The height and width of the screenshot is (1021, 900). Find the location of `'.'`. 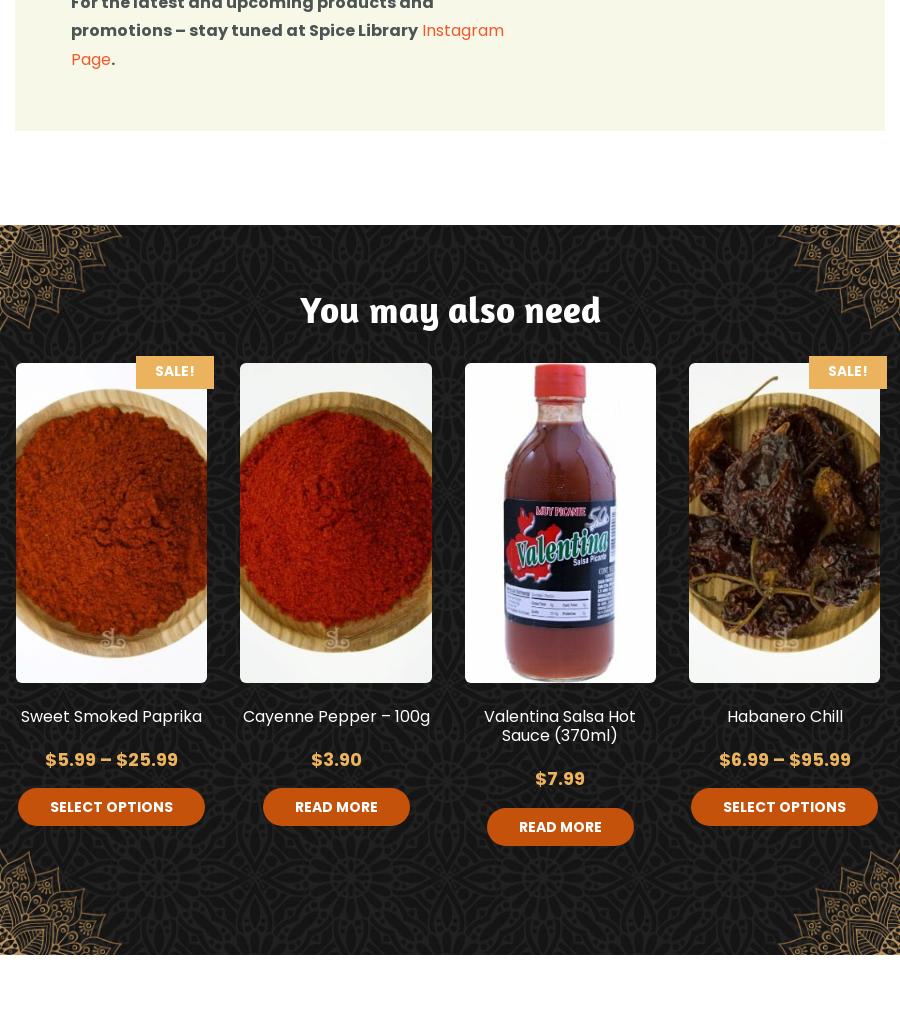

'.' is located at coordinates (113, 59).